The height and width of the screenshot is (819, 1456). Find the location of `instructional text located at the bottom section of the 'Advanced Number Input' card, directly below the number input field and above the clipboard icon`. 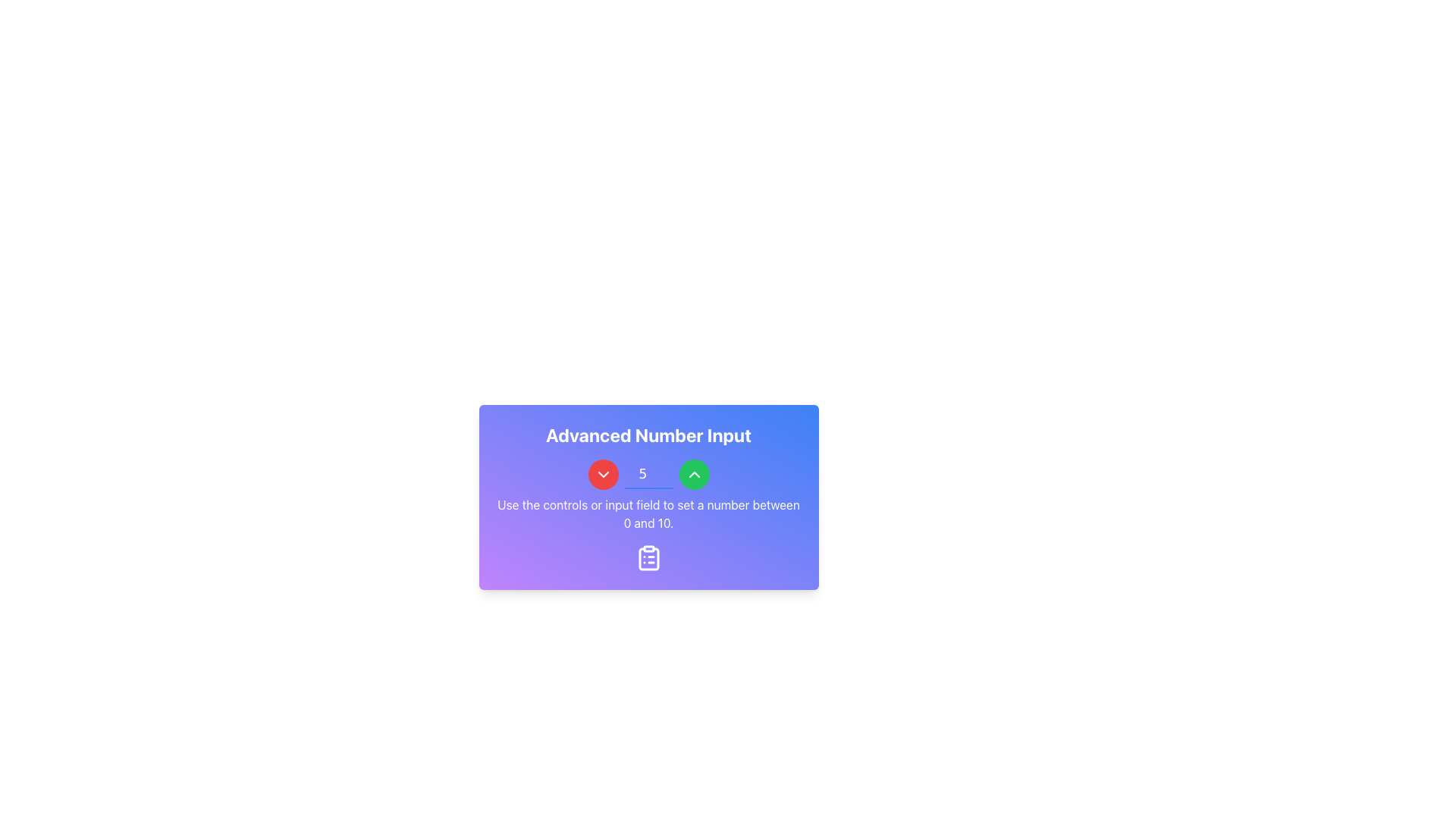

instructional text located at the bottom section of the 'Advanced Number Input' card, directly below the number input field and above the clipboard icon is located at coordinates (648, 513).